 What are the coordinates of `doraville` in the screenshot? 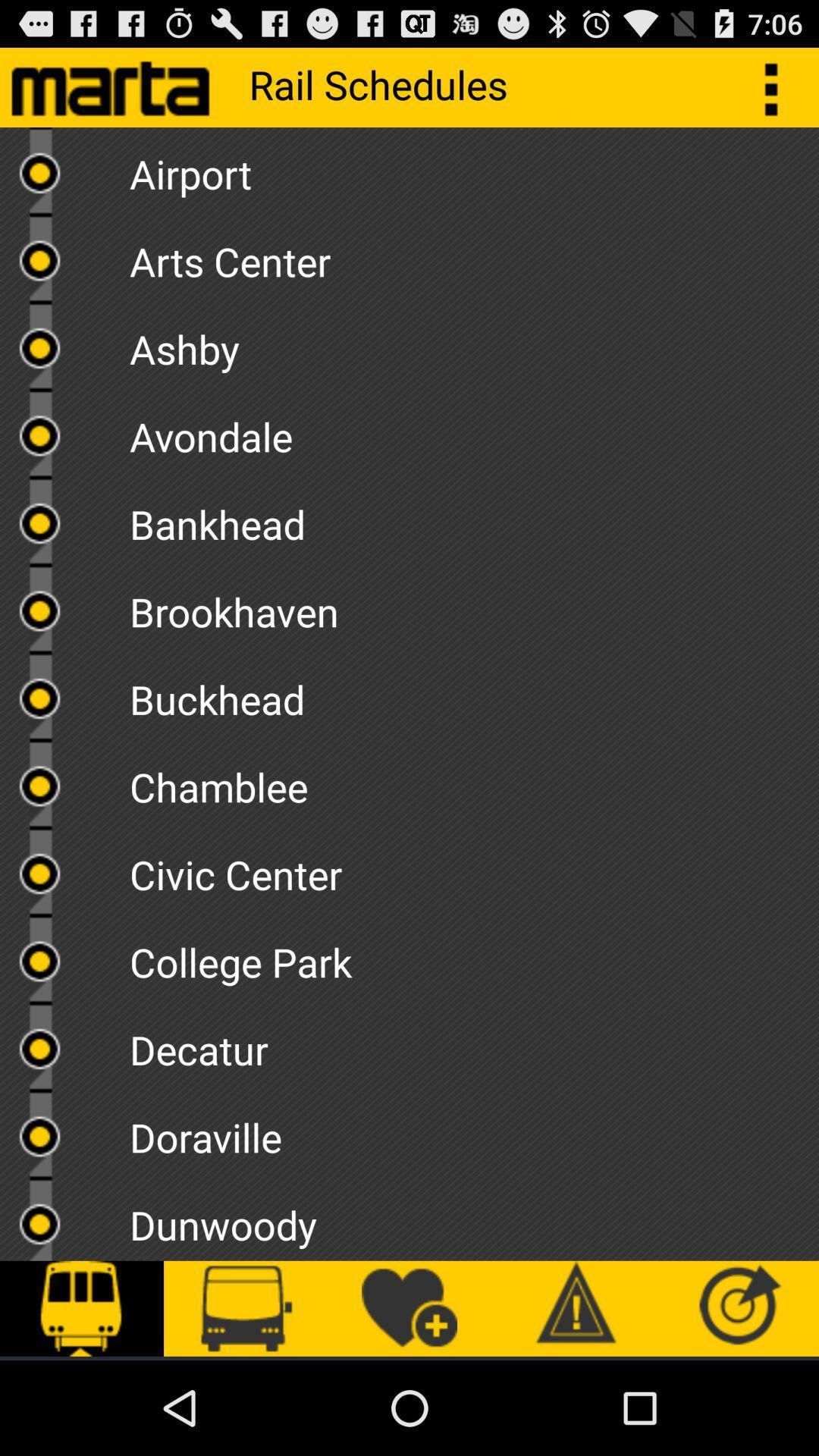 It's located at (473, 1132).